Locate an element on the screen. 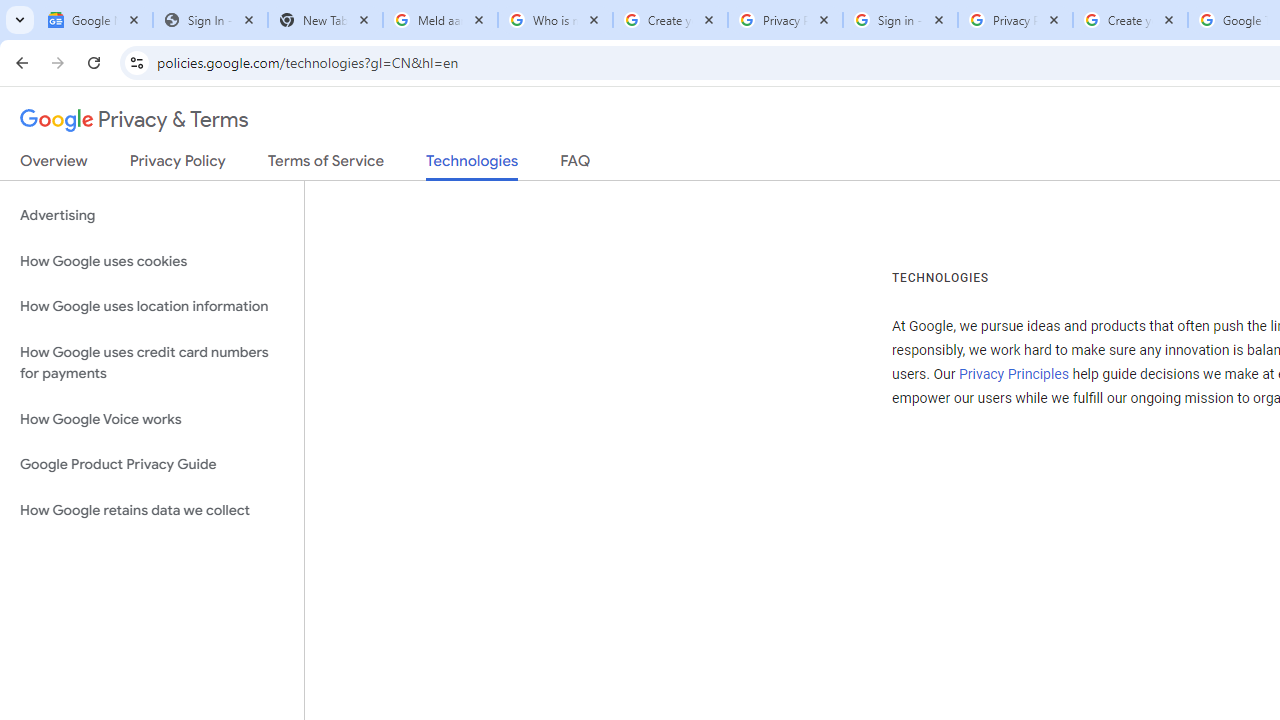 This screenshot has width=1280, height=720. 'Sign in - Google Accounts' is located at coordinates (899, 20).